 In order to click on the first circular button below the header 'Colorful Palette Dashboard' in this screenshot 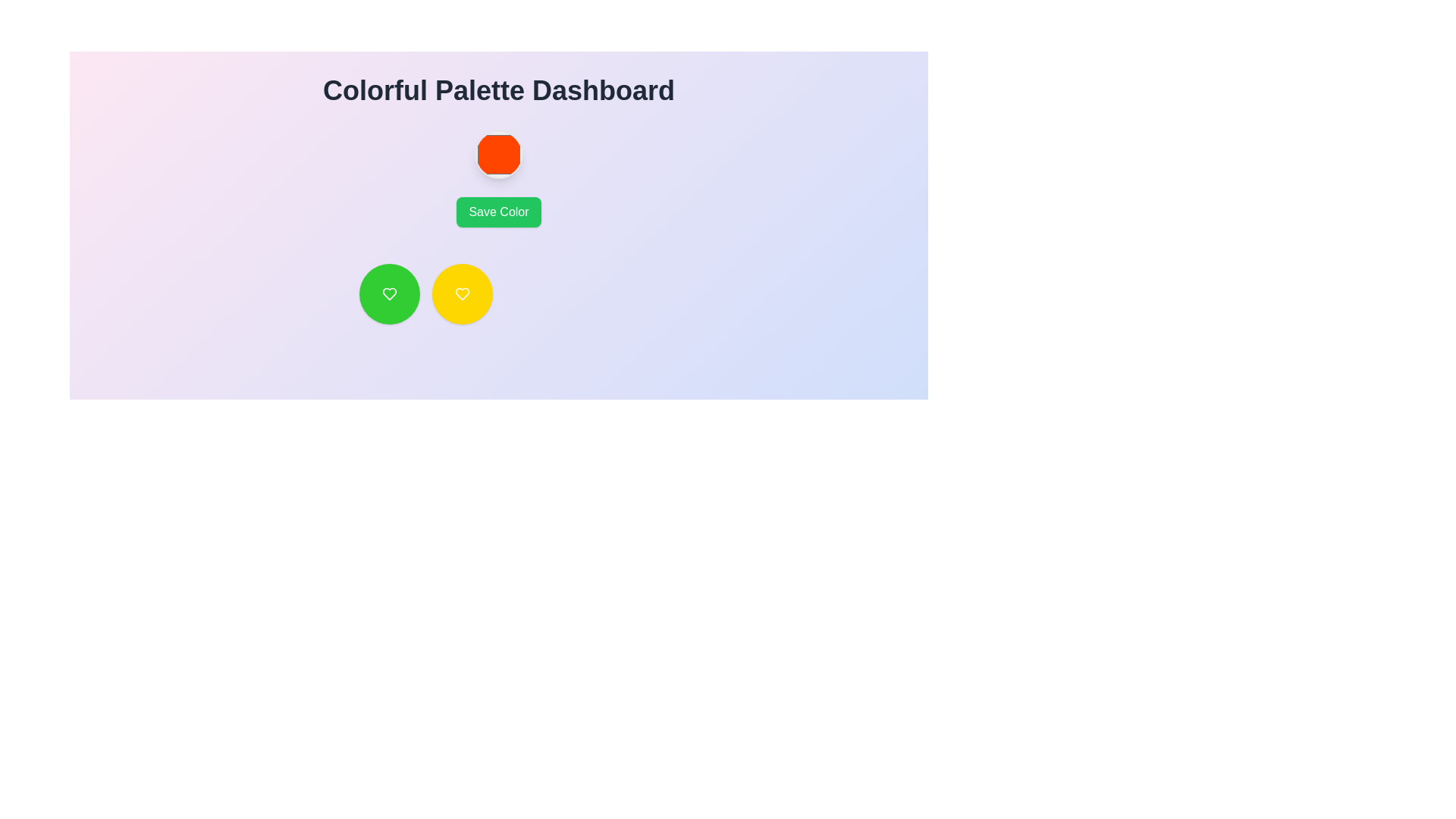, I will do `click(389, 294)`.